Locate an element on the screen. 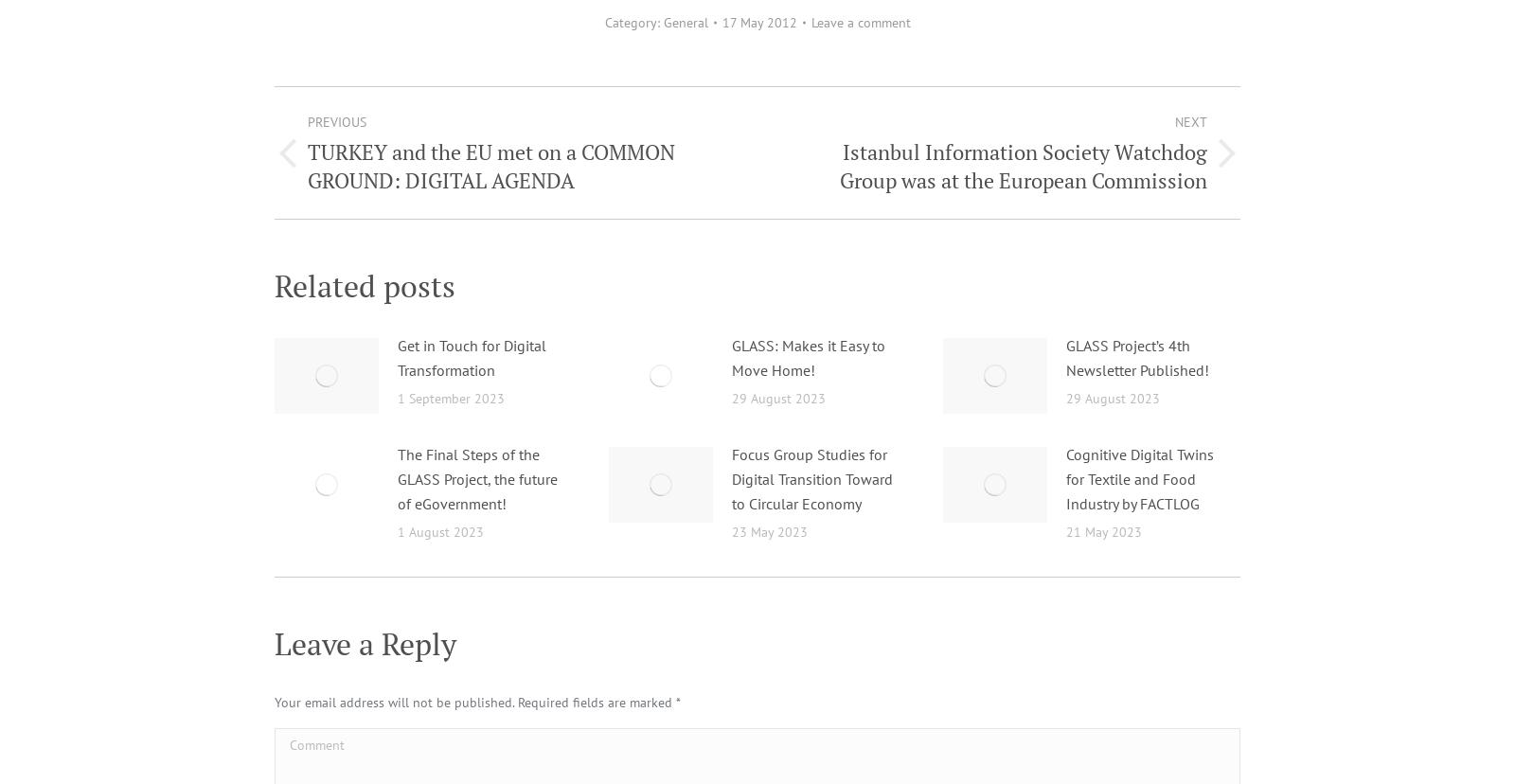 Image resolution: width=1515 pixels, height=784 pixels. '21 May 2023' is located at coordinates (1104, 531).